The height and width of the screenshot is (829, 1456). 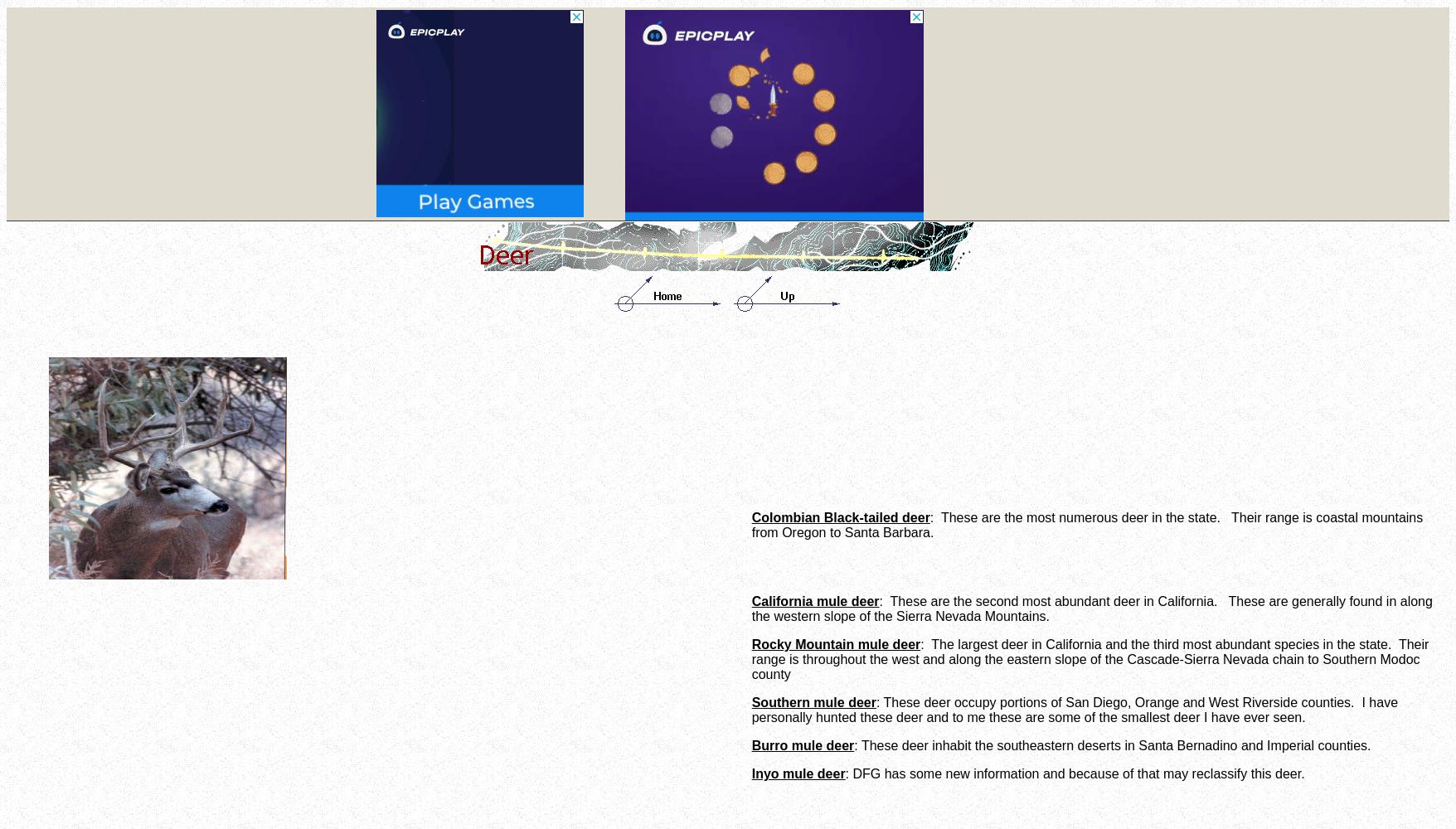 What do you see at coordinates (813, 701) in the screenshot?
I see `'Southern mule deer'` at bounding box center [813, 701].